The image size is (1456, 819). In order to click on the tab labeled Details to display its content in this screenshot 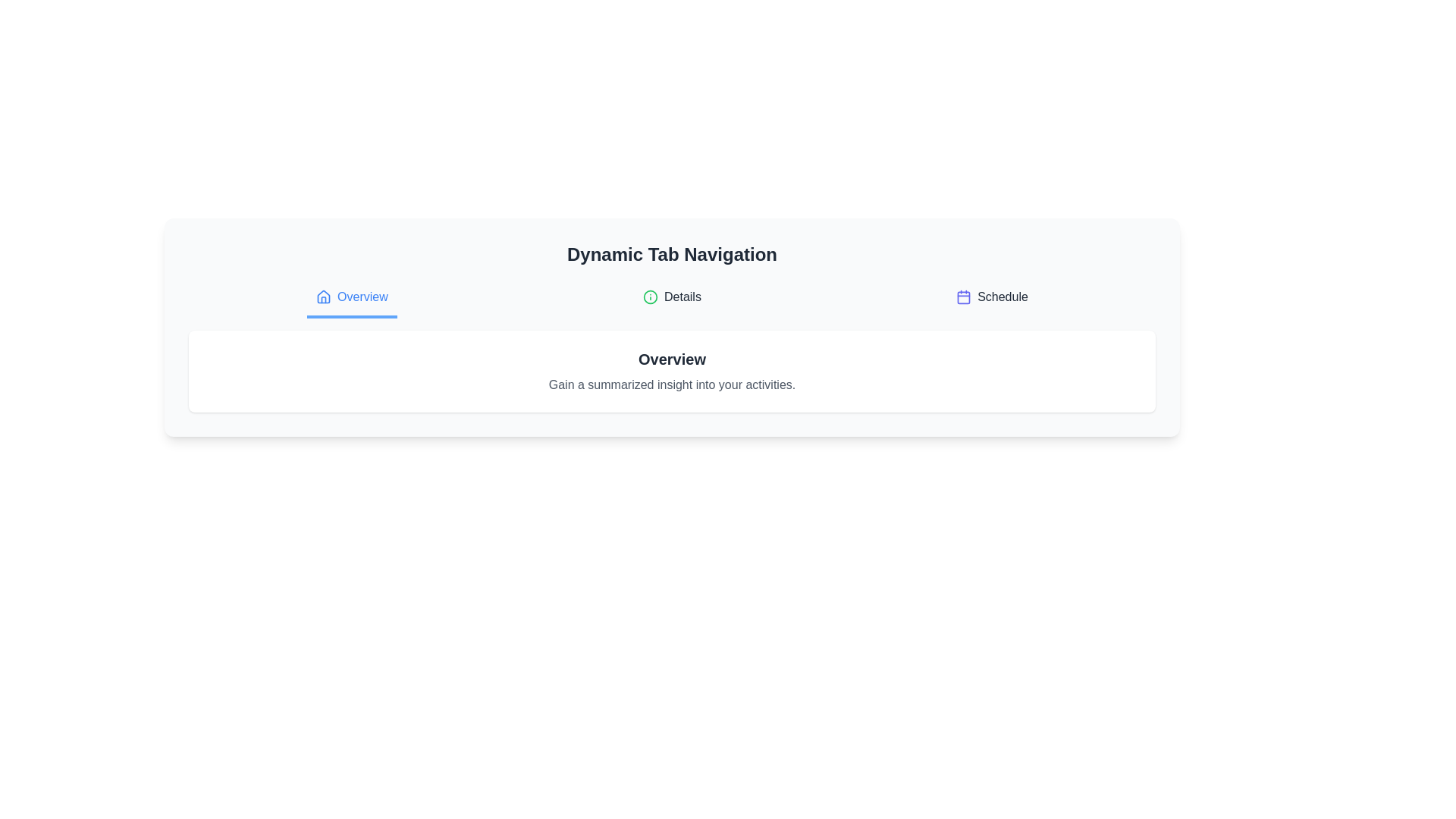, I will do `click(671, 298)`.